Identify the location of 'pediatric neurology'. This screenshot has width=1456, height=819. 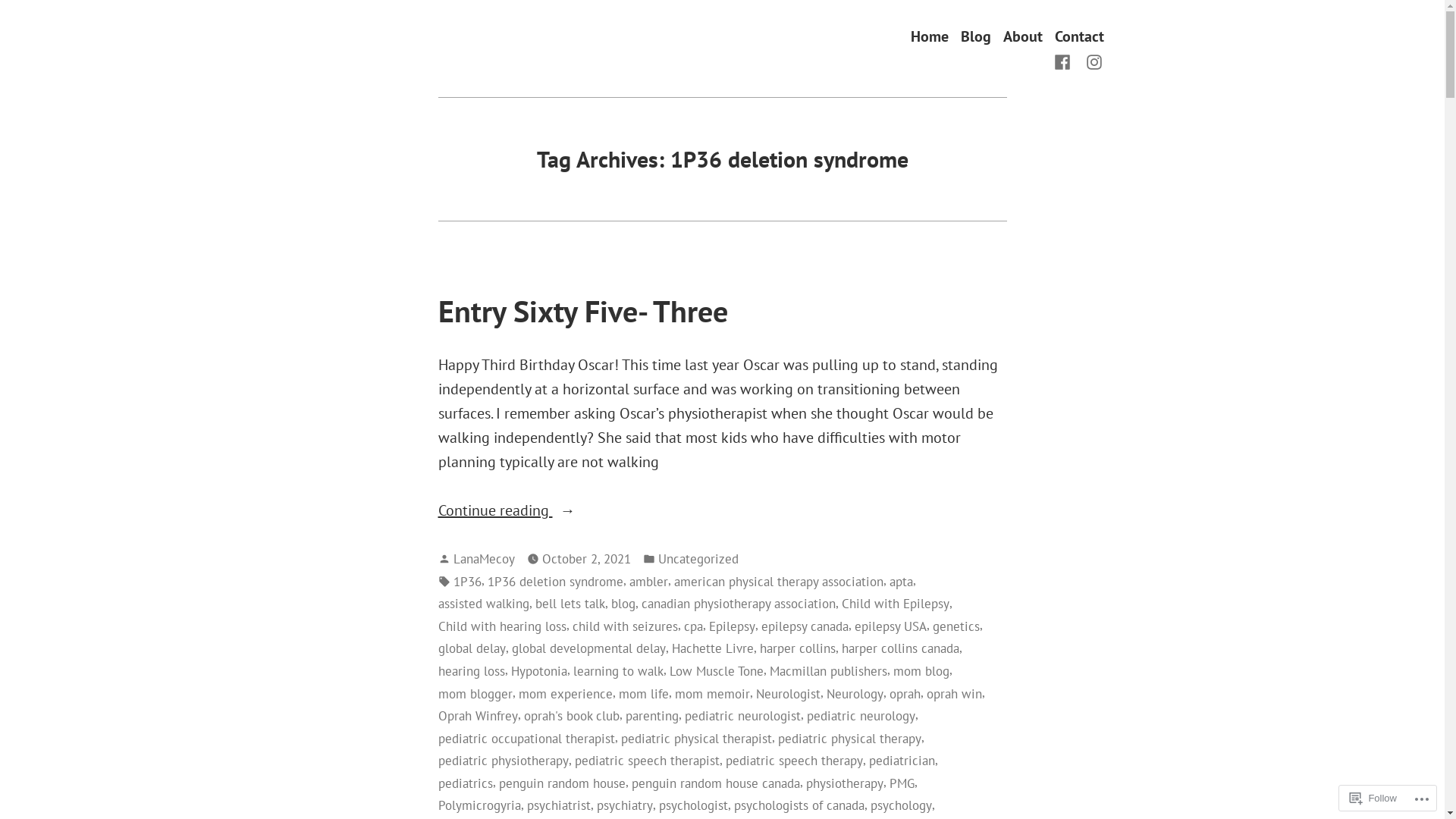
(861, 716).